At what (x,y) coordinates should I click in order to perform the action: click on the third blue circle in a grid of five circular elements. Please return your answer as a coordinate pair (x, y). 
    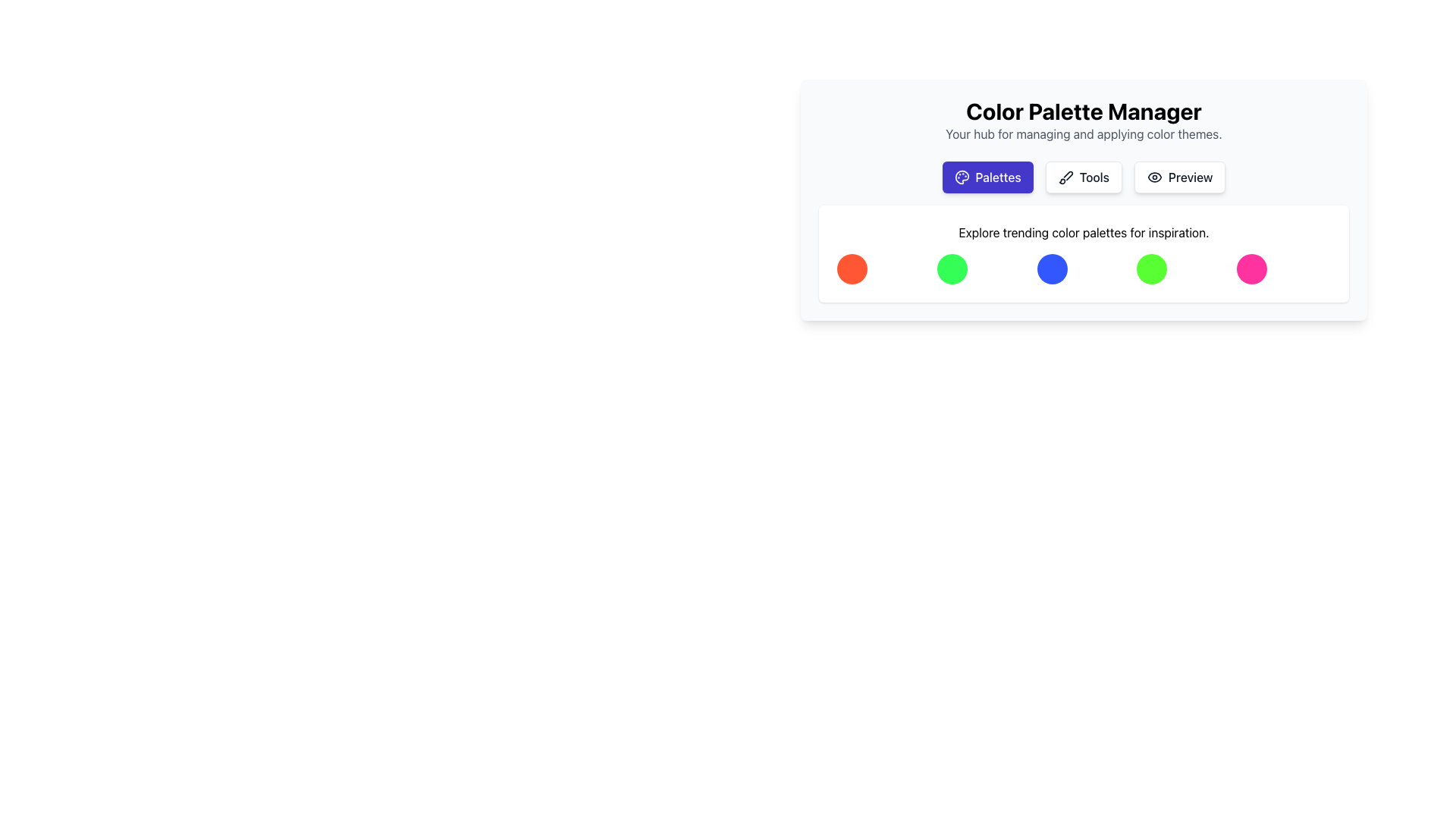
    Looking at the image, I should click on (1051, 268).